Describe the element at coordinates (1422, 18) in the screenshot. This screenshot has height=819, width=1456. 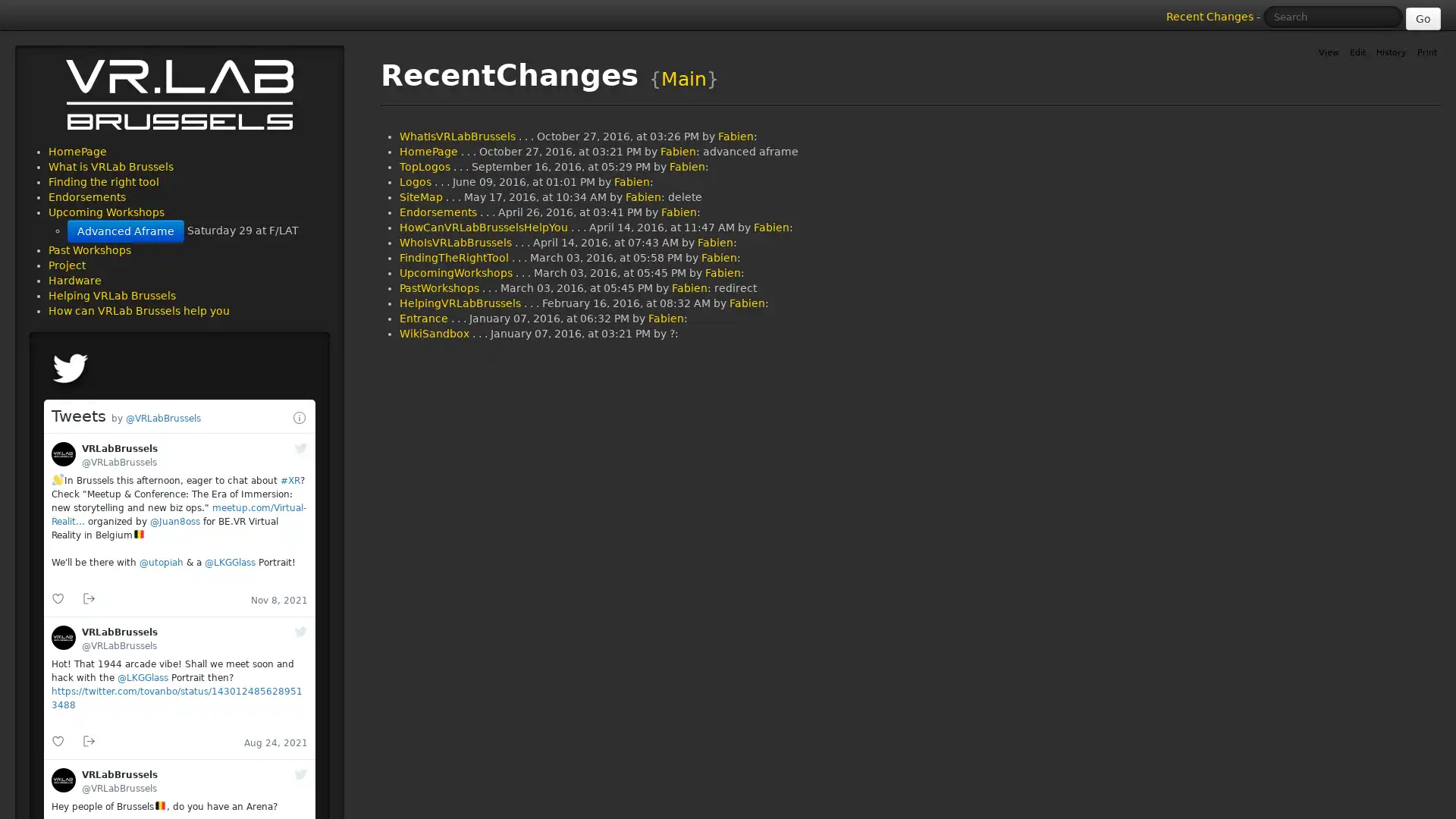
I see `Go` at that location.